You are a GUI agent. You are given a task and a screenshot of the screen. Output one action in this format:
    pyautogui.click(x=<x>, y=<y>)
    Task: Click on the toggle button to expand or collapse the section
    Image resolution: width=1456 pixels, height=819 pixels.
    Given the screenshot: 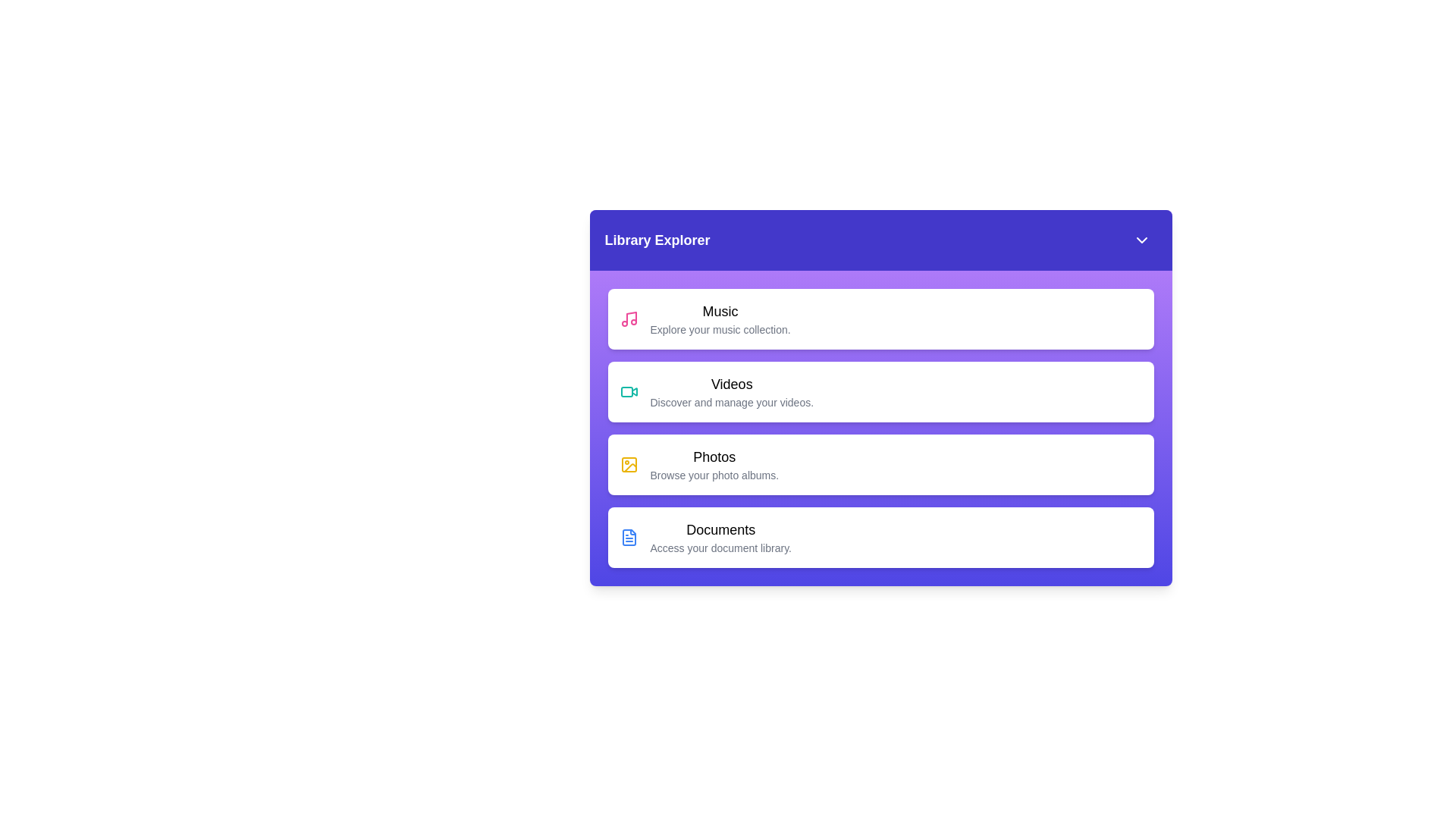 What is the action you would take?
    pyautogui.click(x=1141, y=239)
    